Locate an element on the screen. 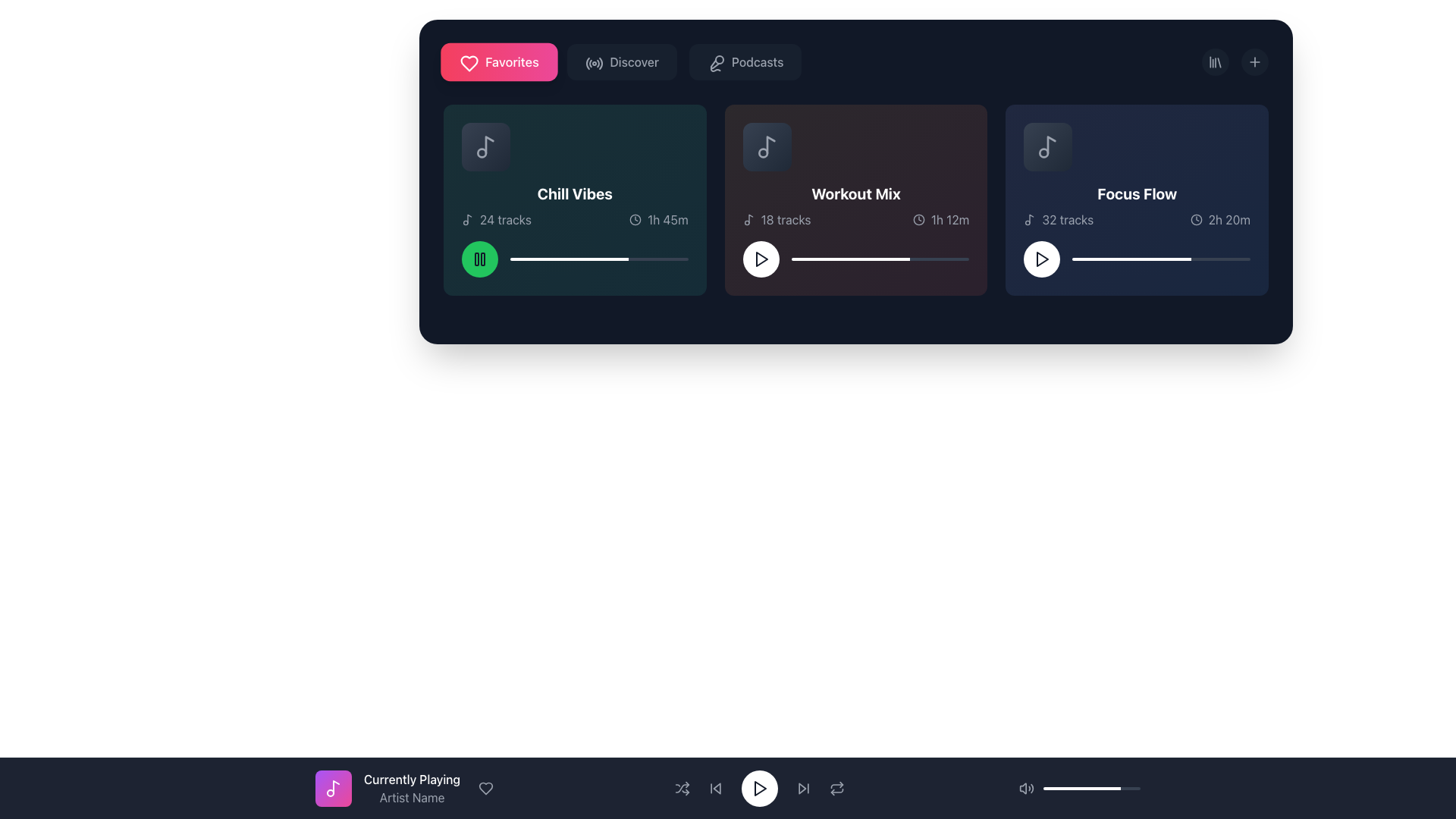 This screenshot has height=819, width=1456. the circular outline within the SVG graphic of the clock icon, which is part of the 'Workout Mix' card indicating a duration of 1h 12m is located at coordinates (918, 219).